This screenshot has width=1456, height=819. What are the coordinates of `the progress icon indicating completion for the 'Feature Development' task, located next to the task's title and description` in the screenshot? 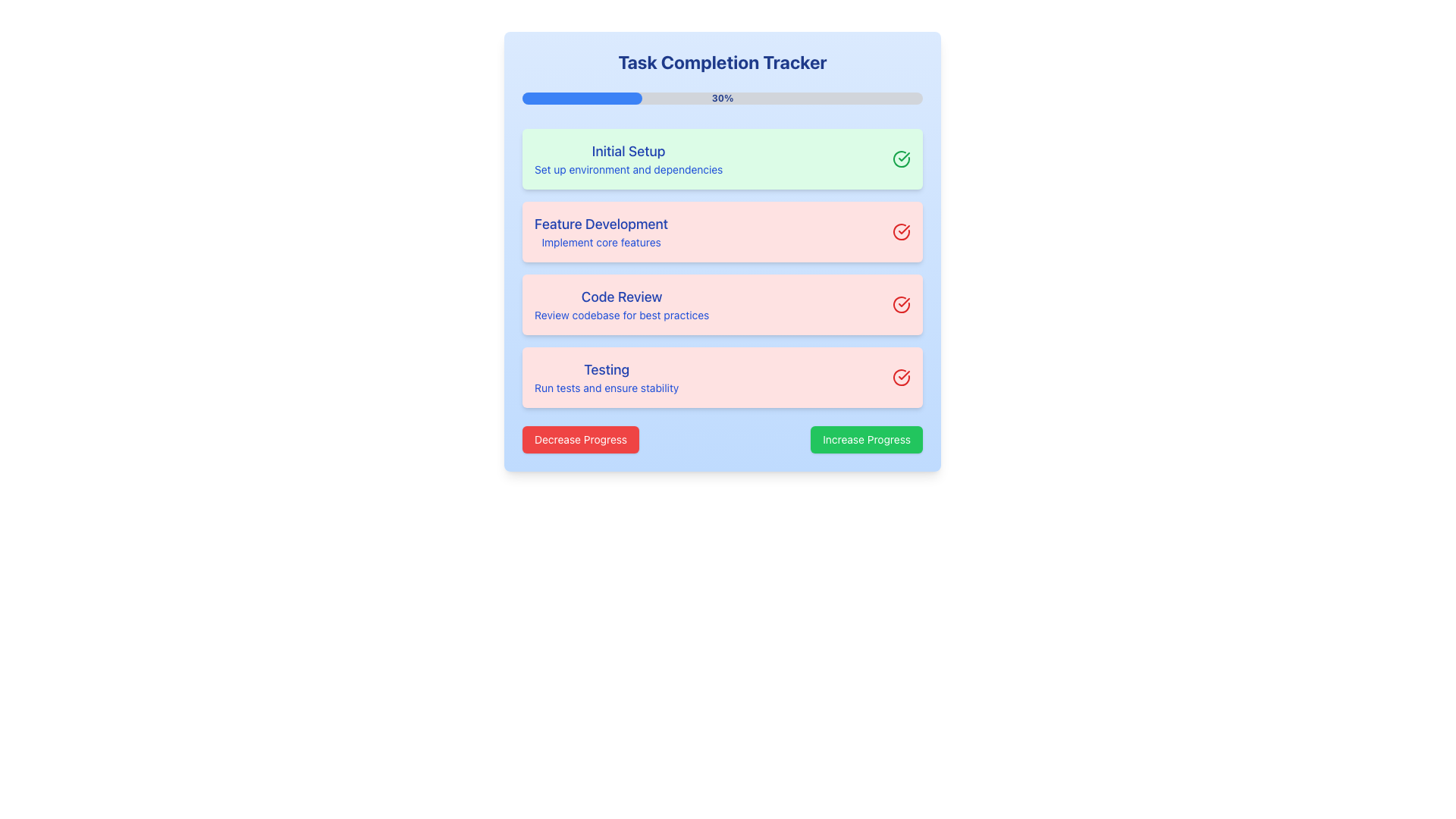 It's located at (902, 231).